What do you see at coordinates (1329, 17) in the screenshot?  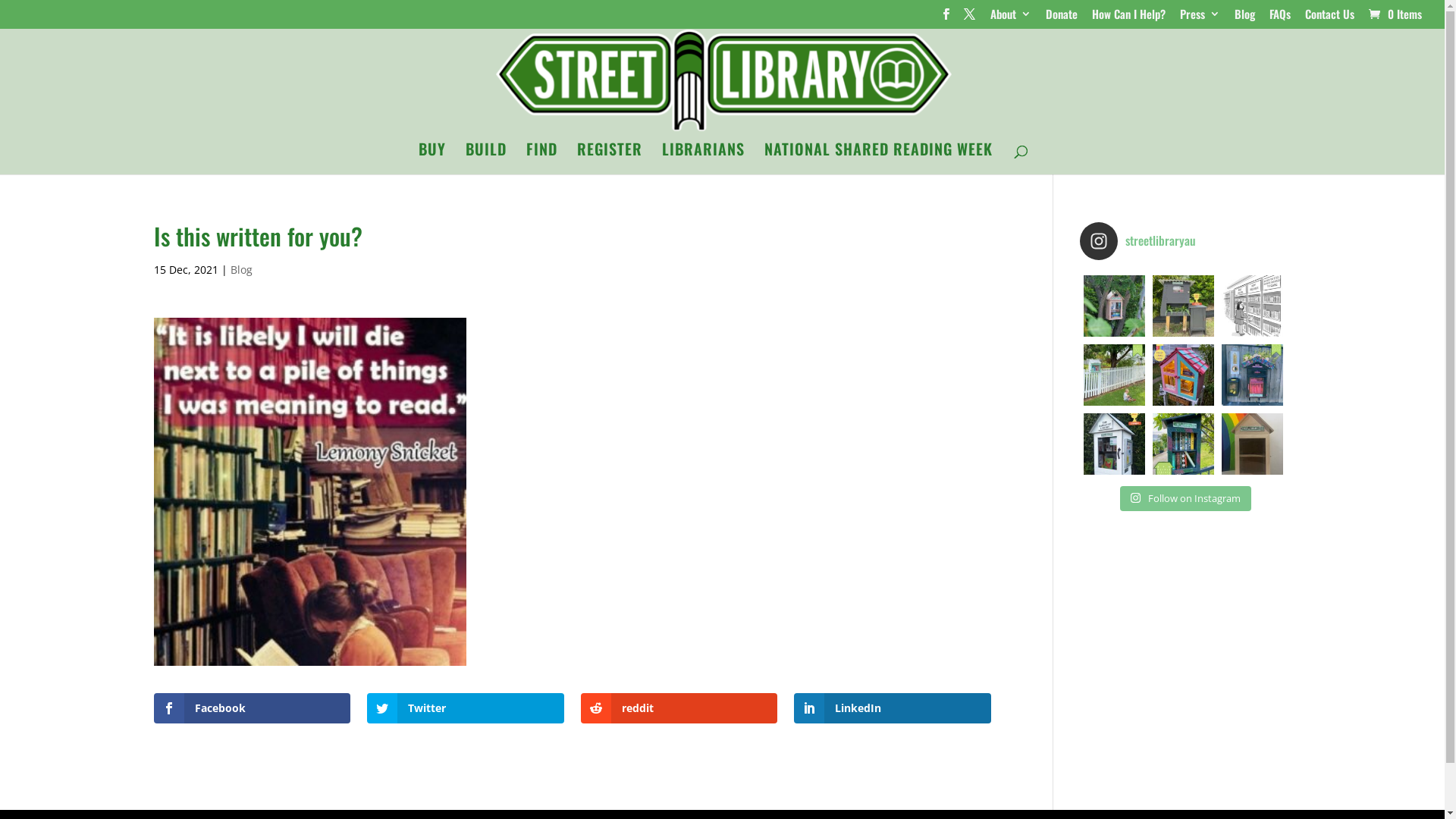 I see `'Contact Us'` at bounding box center [1329, 17].